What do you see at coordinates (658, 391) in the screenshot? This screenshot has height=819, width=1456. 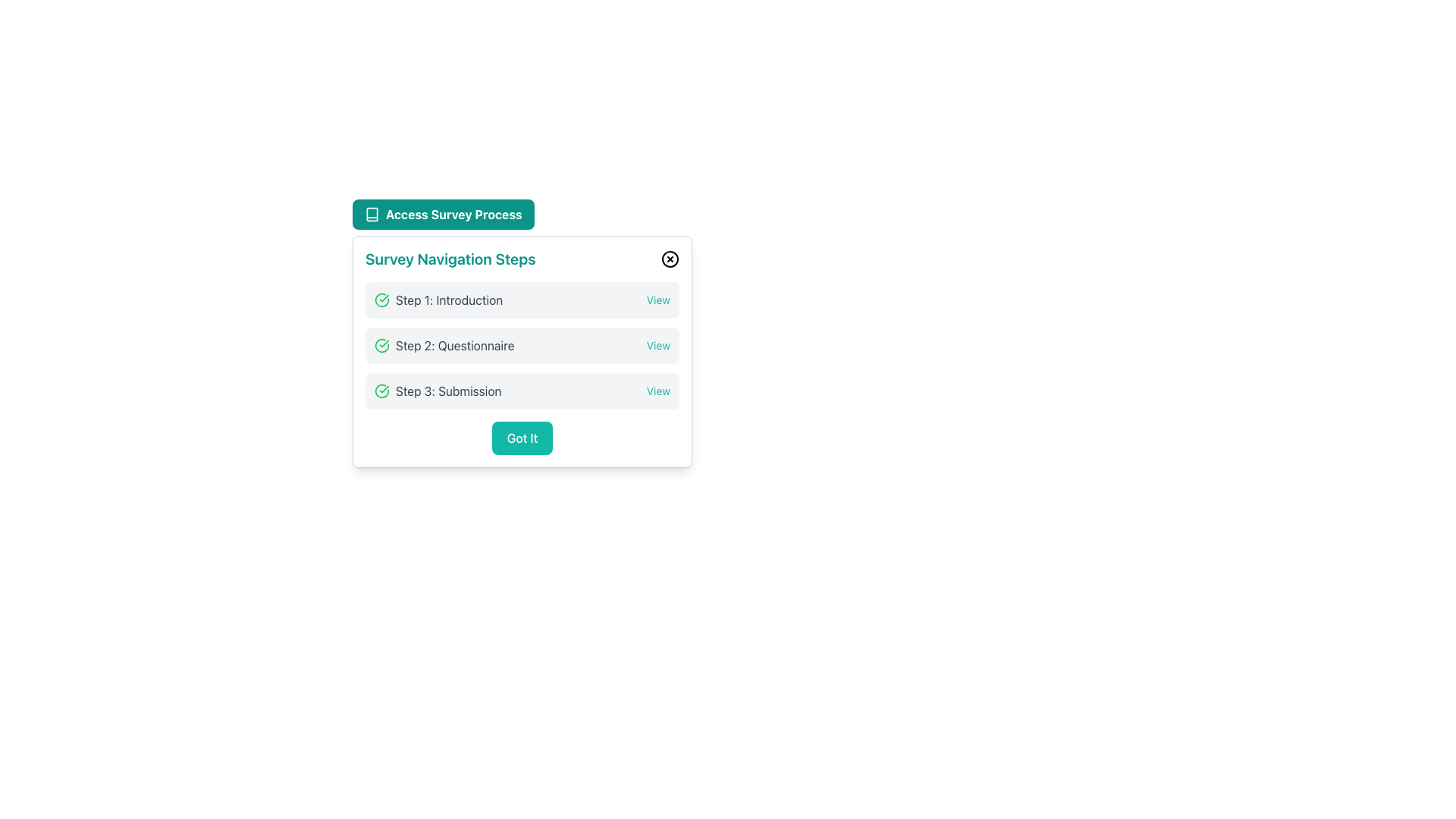 I see `the Text Link for 'View' functionality related to 'Step 3: Submission' located on the far right side of the section, aligned horizontally with the step text` at bounding box center [658, 391].